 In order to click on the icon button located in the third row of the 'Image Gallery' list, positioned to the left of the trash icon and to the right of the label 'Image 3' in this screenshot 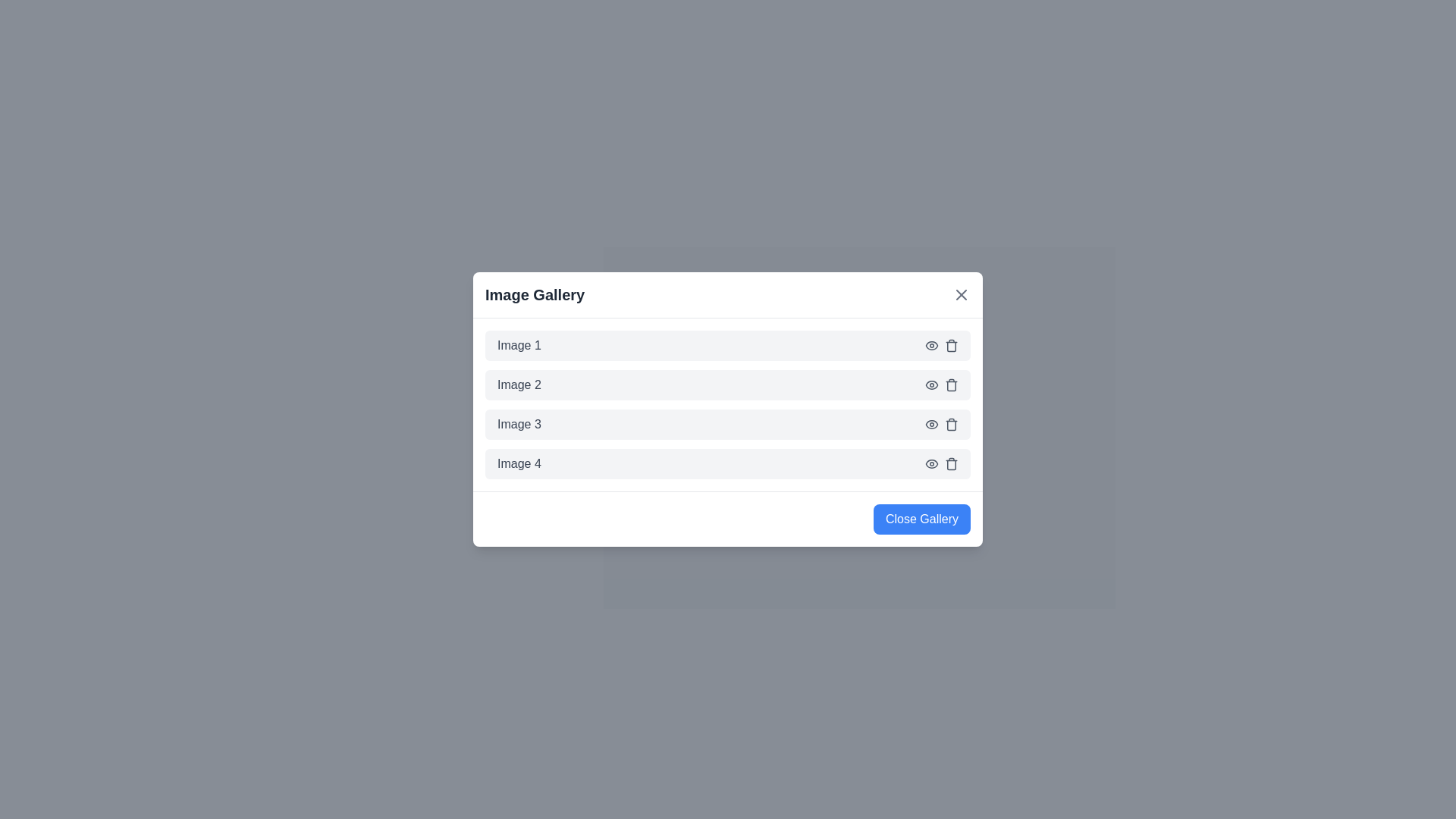, I will do `click(930, 424)`.